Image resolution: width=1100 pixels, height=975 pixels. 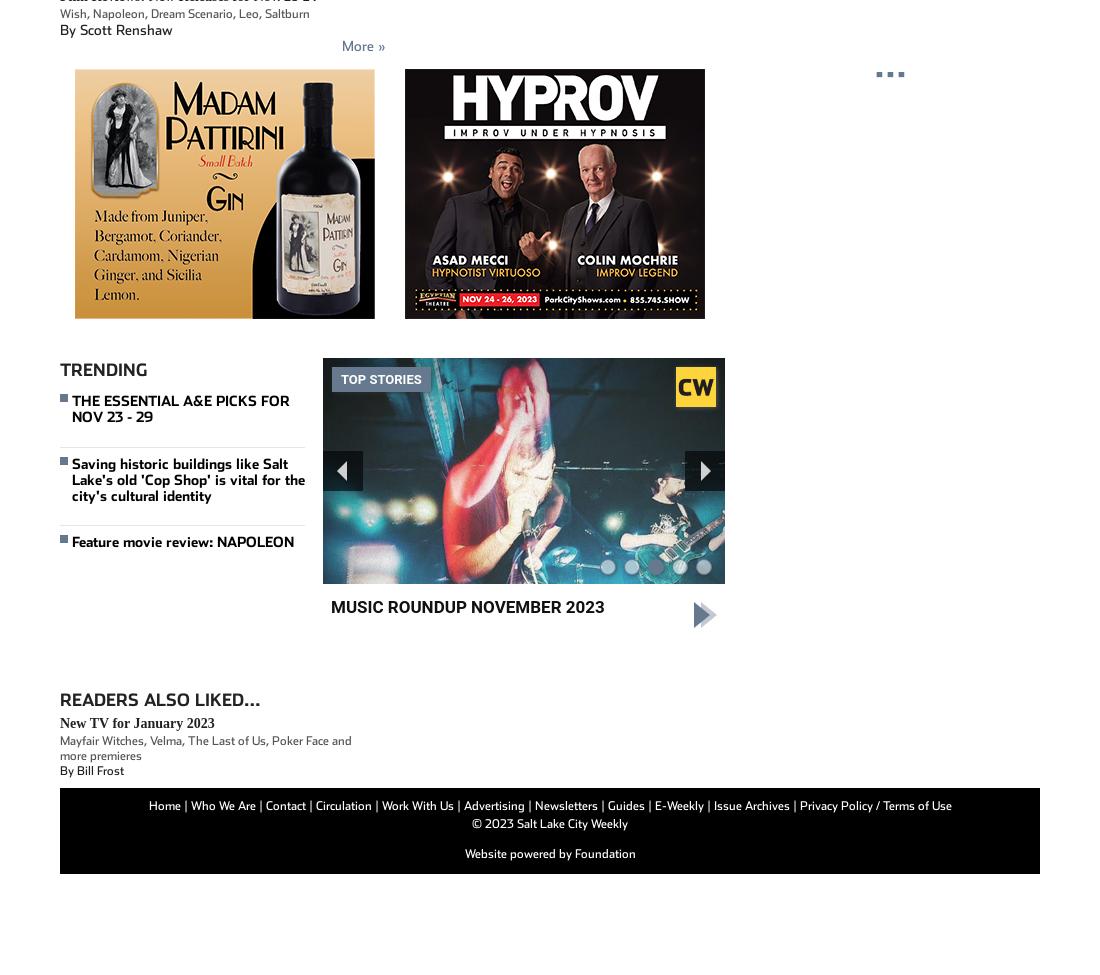 What do you see at coordinates (314, 805) in the screenshot?
I see `'Circulation'` at bounding box center [314, 805].